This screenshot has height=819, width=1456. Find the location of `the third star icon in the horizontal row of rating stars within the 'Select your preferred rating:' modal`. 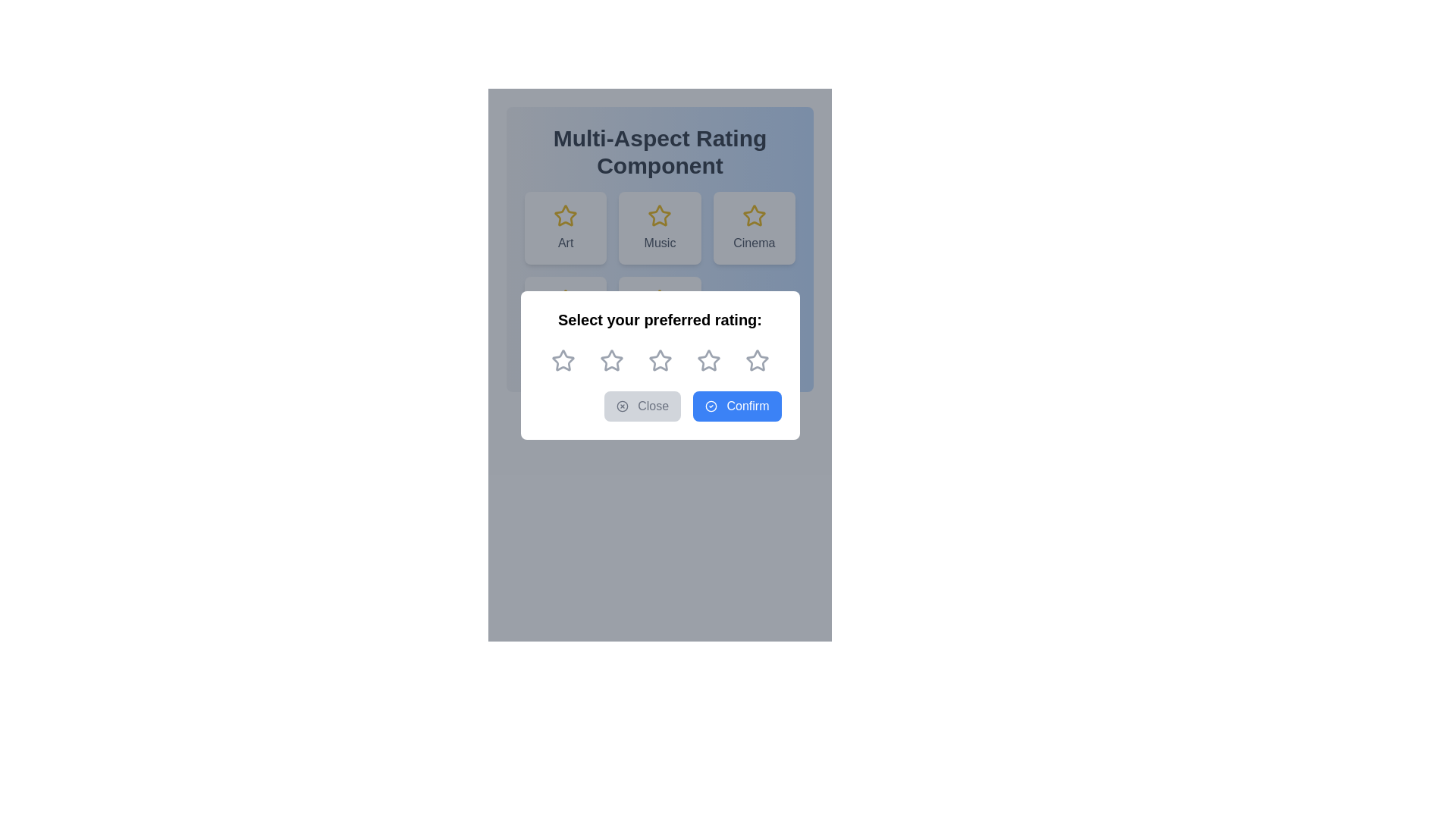

the third star icon in the horizontal row of rating stars within the 'Select your preferred rating:' modal is located at coordinates (660, 360).